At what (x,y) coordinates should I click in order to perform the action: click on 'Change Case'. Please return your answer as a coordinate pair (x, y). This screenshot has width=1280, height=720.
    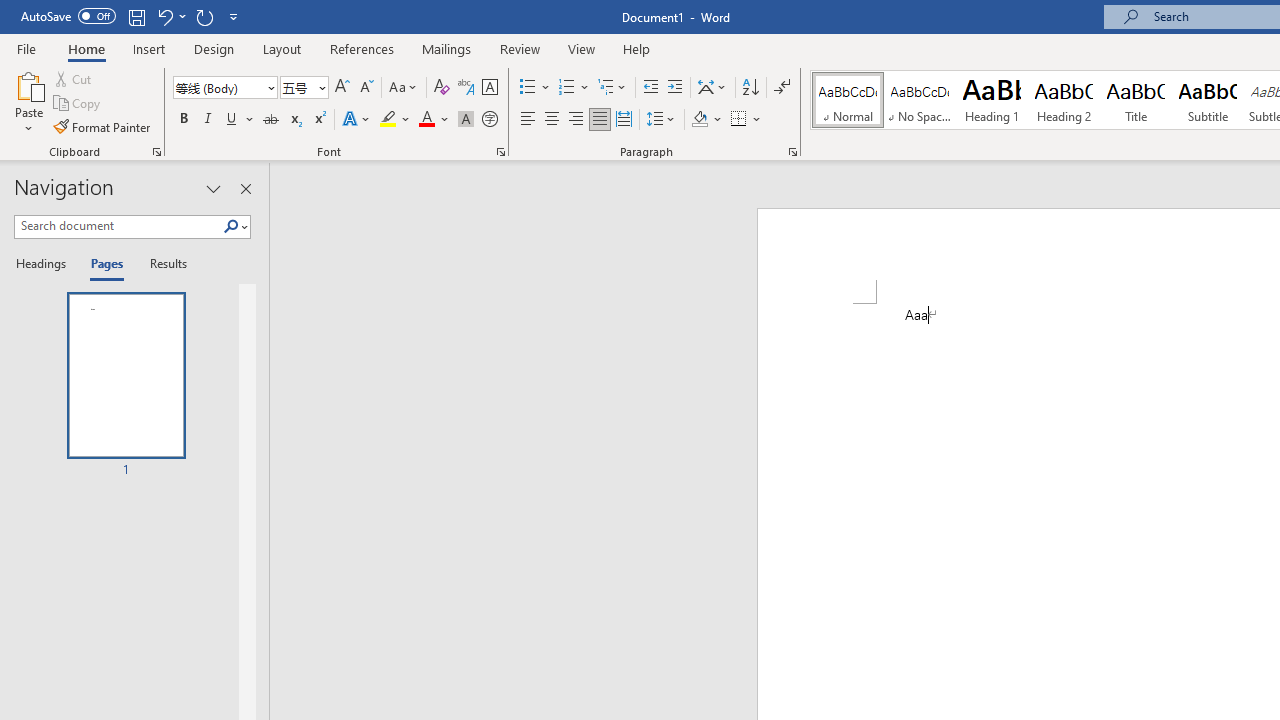
    Looking at the image, I should click on (403, 86).